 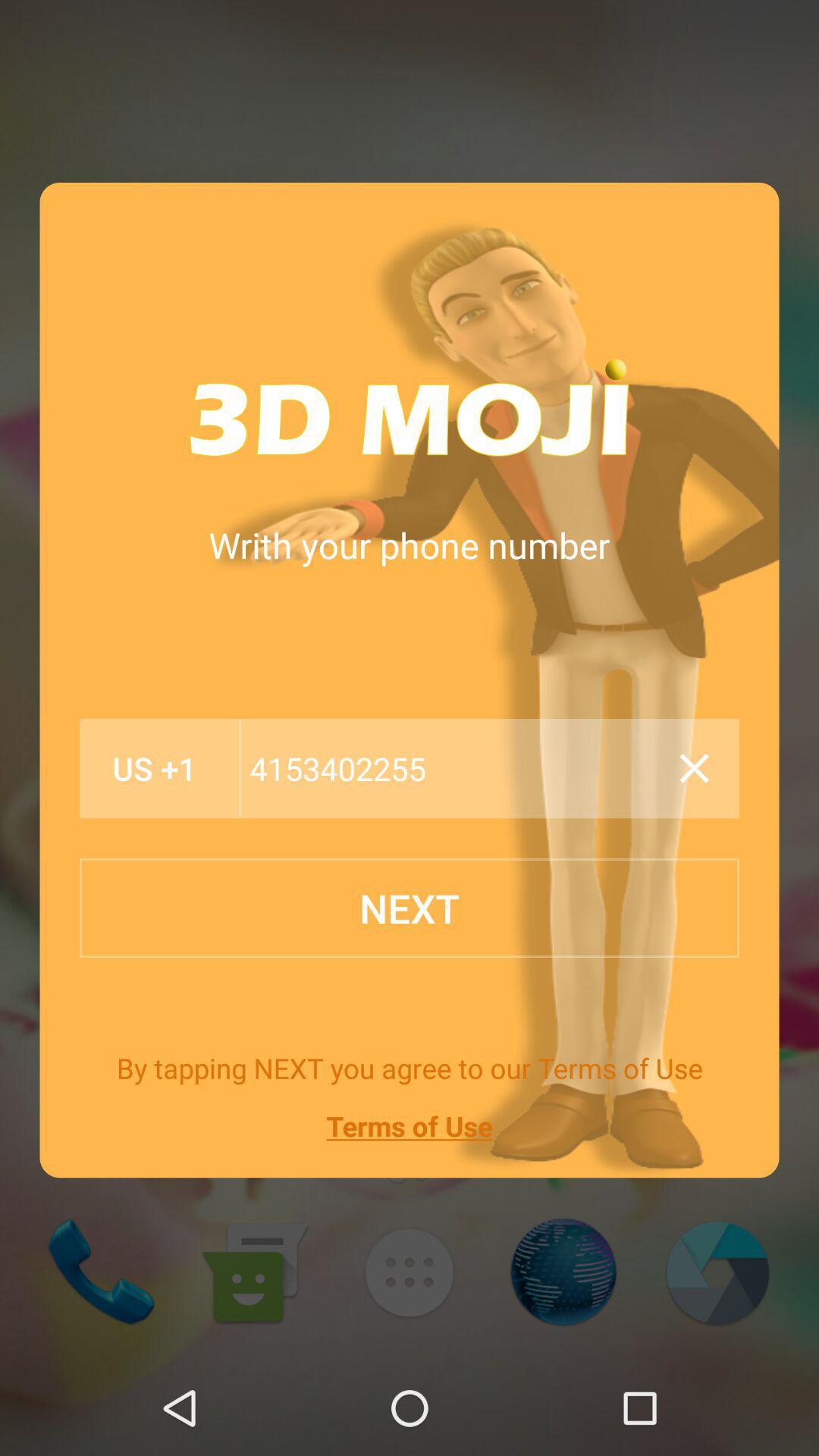 I want to click on delete phone number information, so click(x=694, y=768).